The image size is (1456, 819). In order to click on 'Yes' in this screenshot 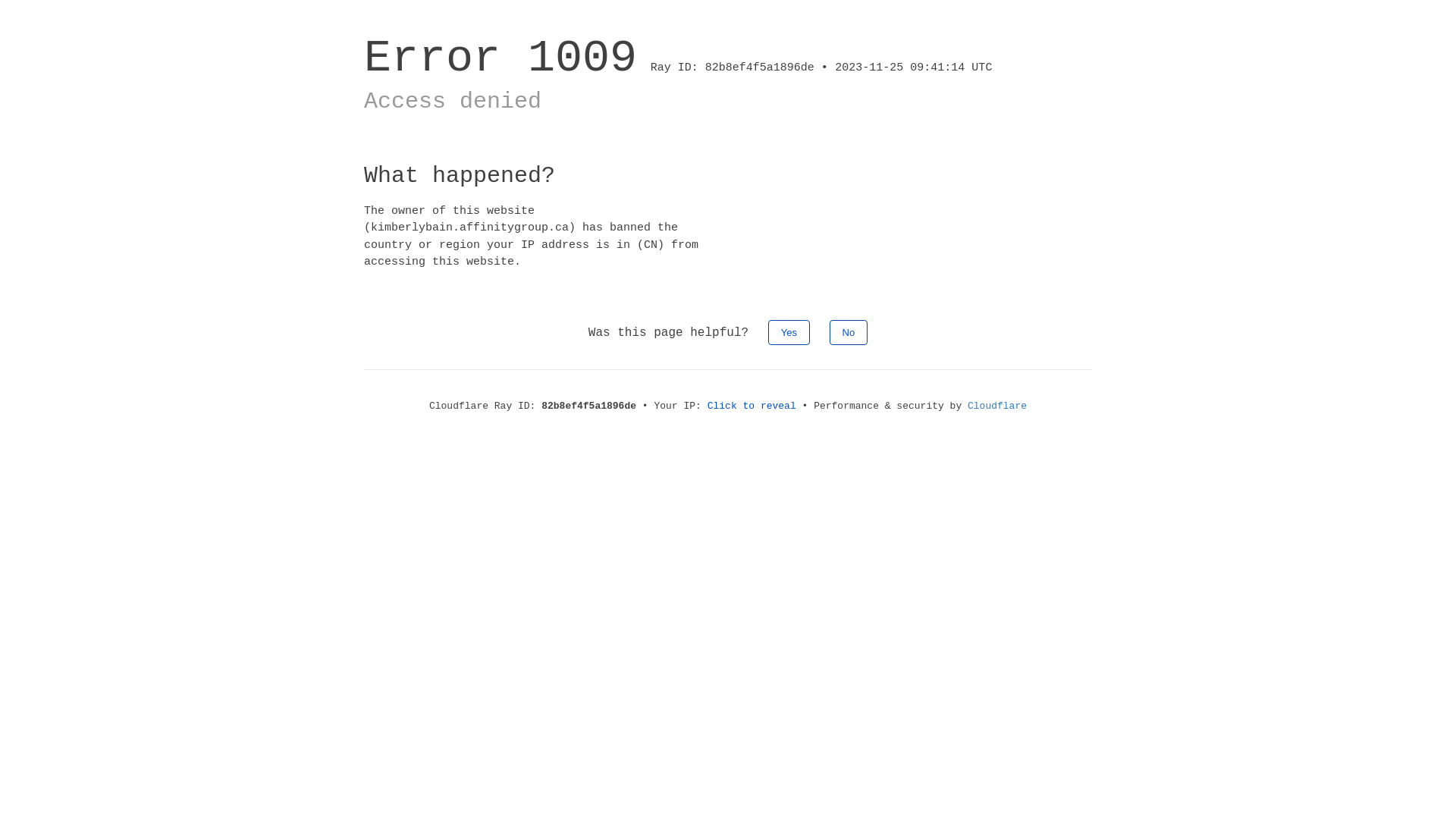, I will do `click(789, 331)`.